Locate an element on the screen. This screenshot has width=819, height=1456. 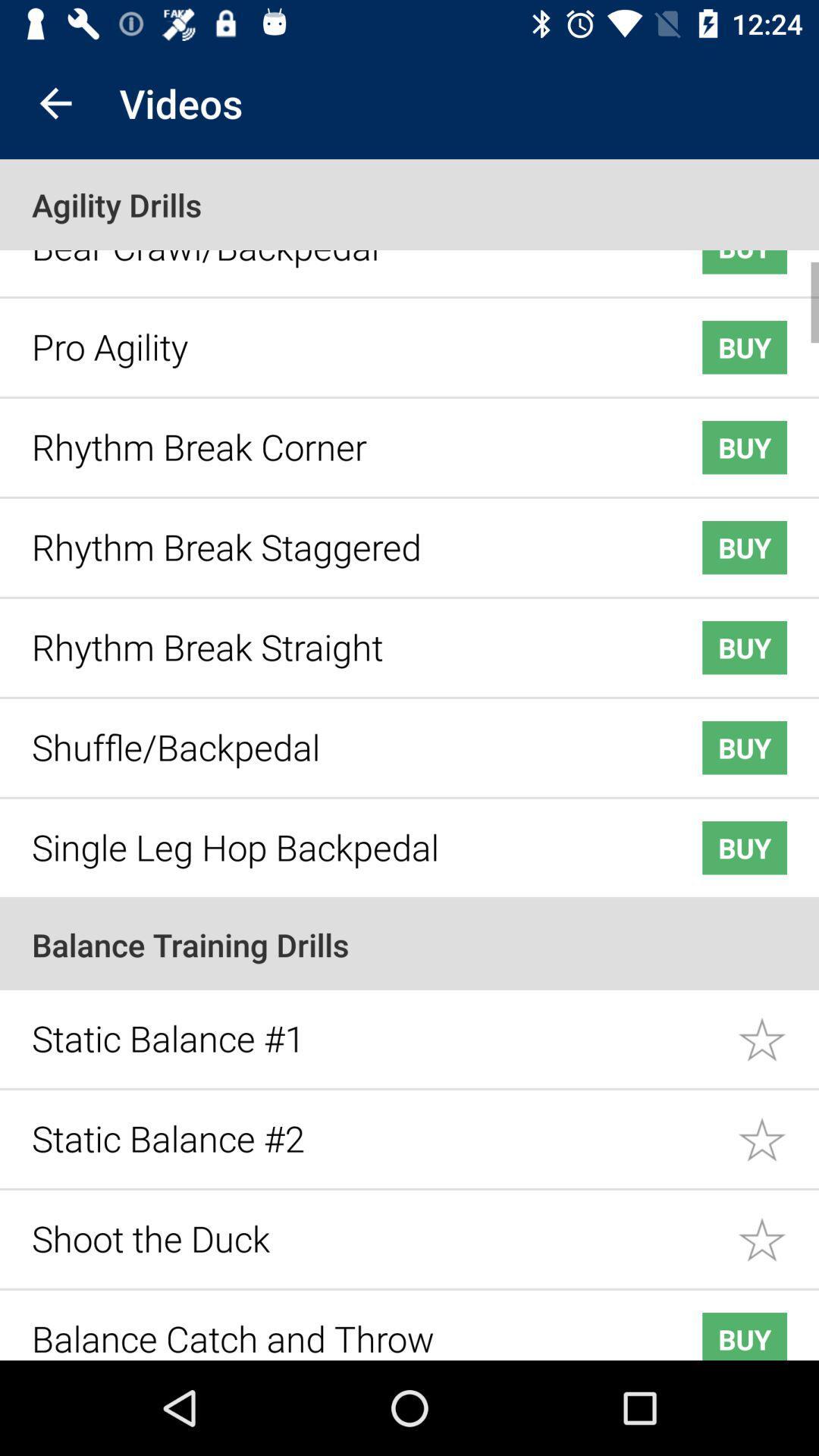
icon next to buy is located at coordinates (343, 334).